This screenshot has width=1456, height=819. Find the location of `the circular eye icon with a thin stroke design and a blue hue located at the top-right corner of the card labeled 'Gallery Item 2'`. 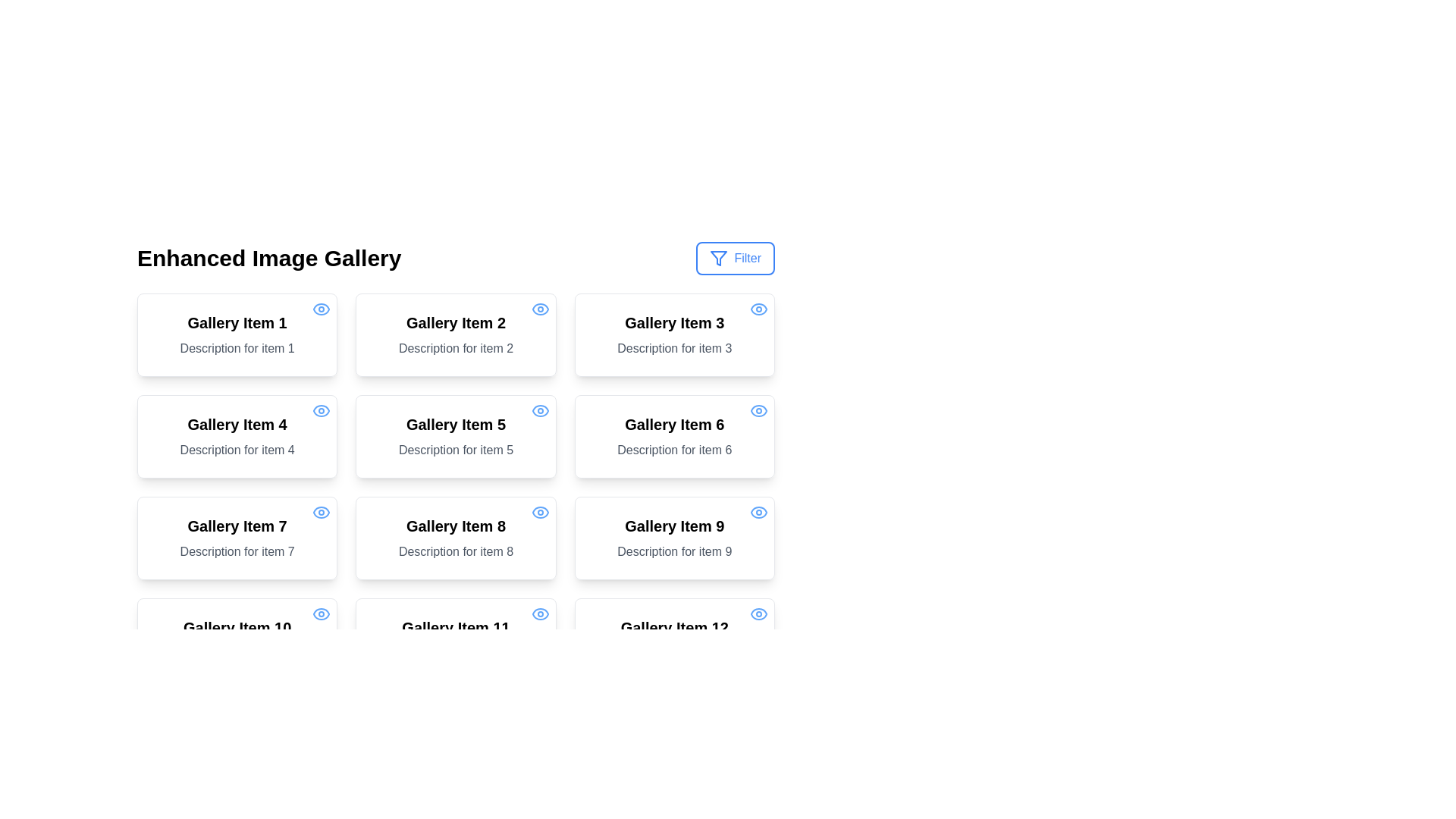

the circular eye icon with a thin stroke design and a blue hue located at the top-right corner of the card labeled 'Gallery Item 2' is located at coordinates (540, 309).